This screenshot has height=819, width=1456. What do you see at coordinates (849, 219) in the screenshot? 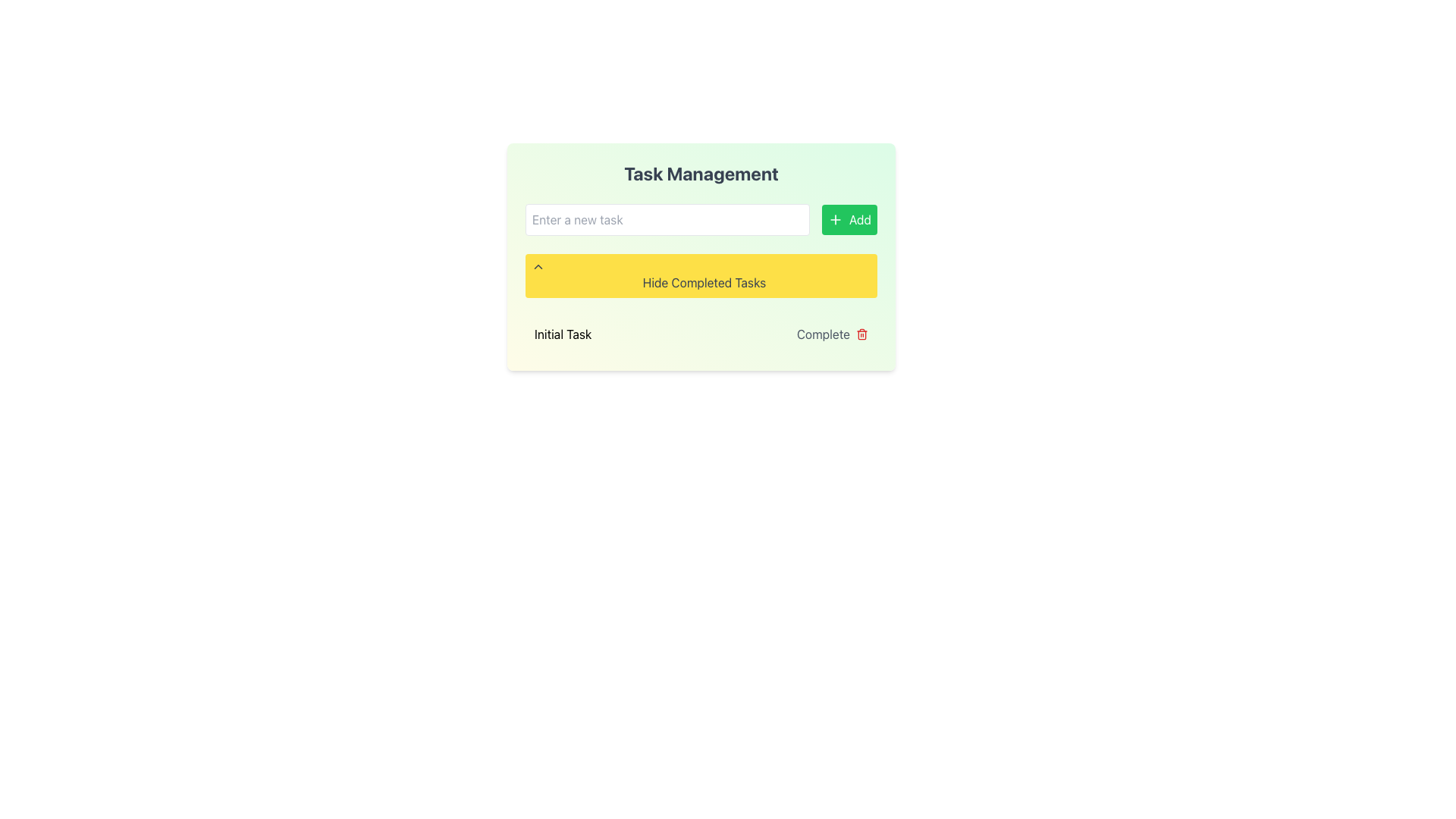
I see `the green 'Add' button with a '+' icon to observe its hover effect` at bounding box center [849, 219].